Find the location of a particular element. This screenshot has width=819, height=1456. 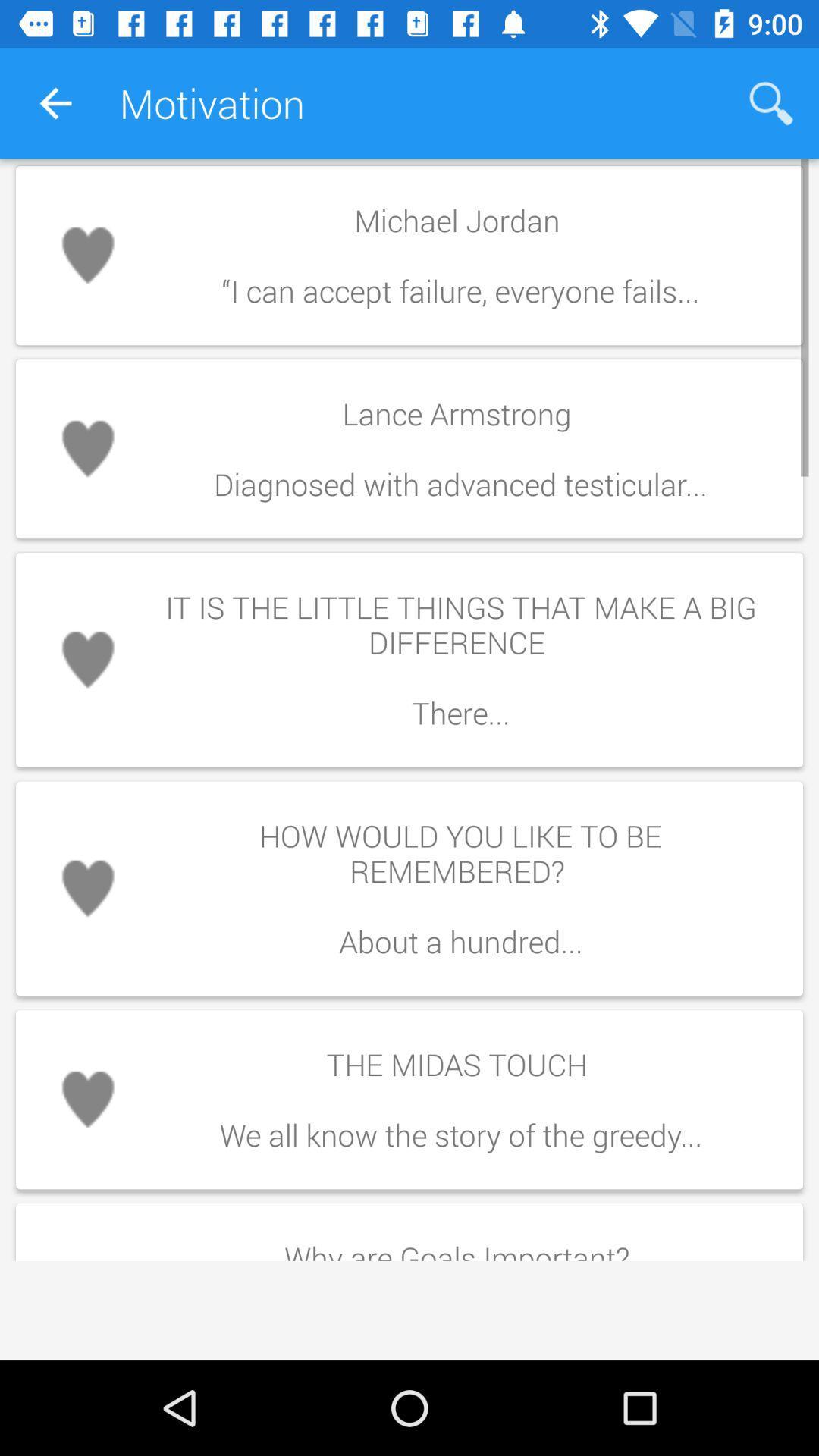

the icon above how would you item is located at coordinates (460, 660).